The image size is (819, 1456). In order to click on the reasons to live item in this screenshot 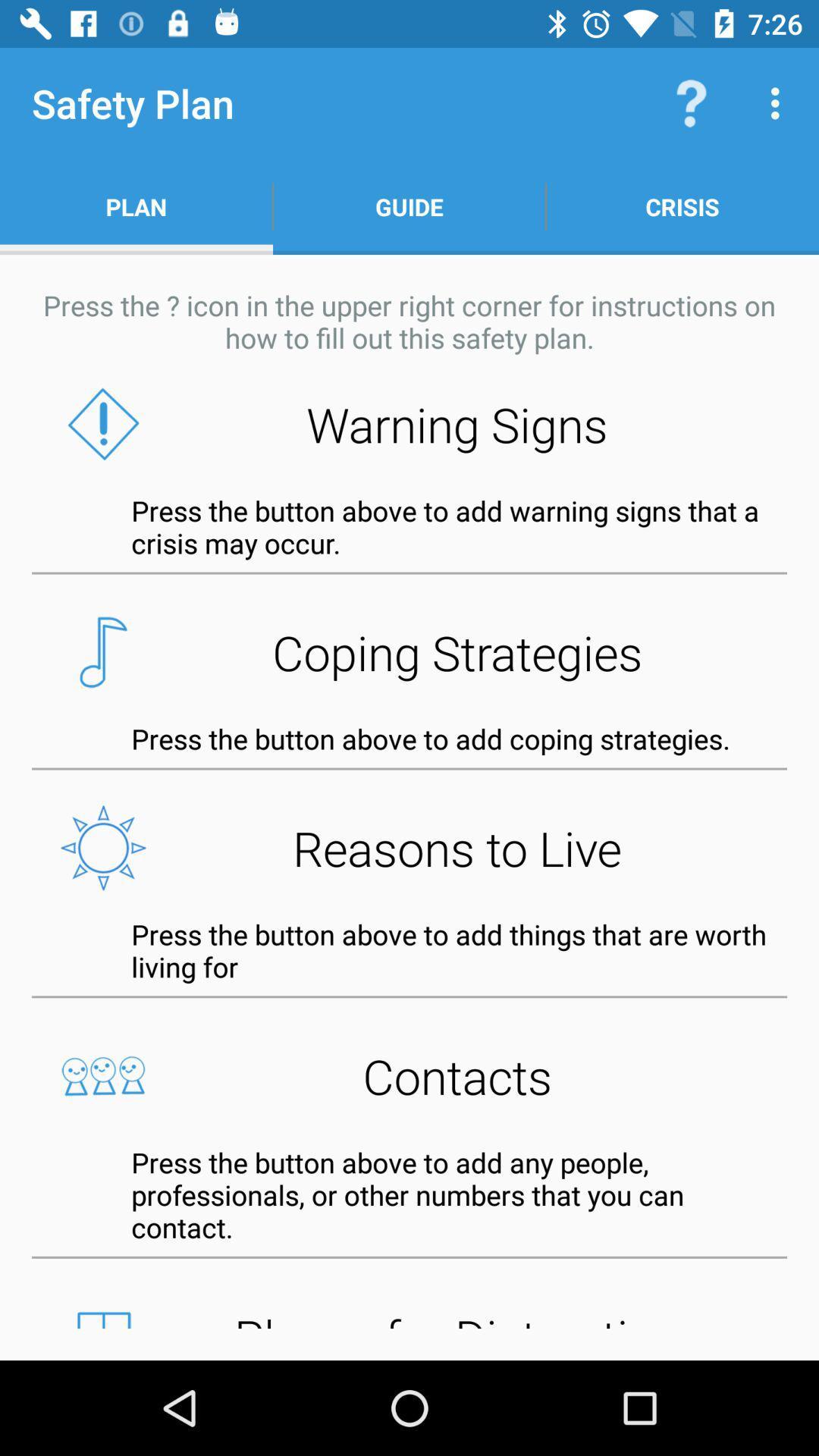, I will do `click(409, 847)`.